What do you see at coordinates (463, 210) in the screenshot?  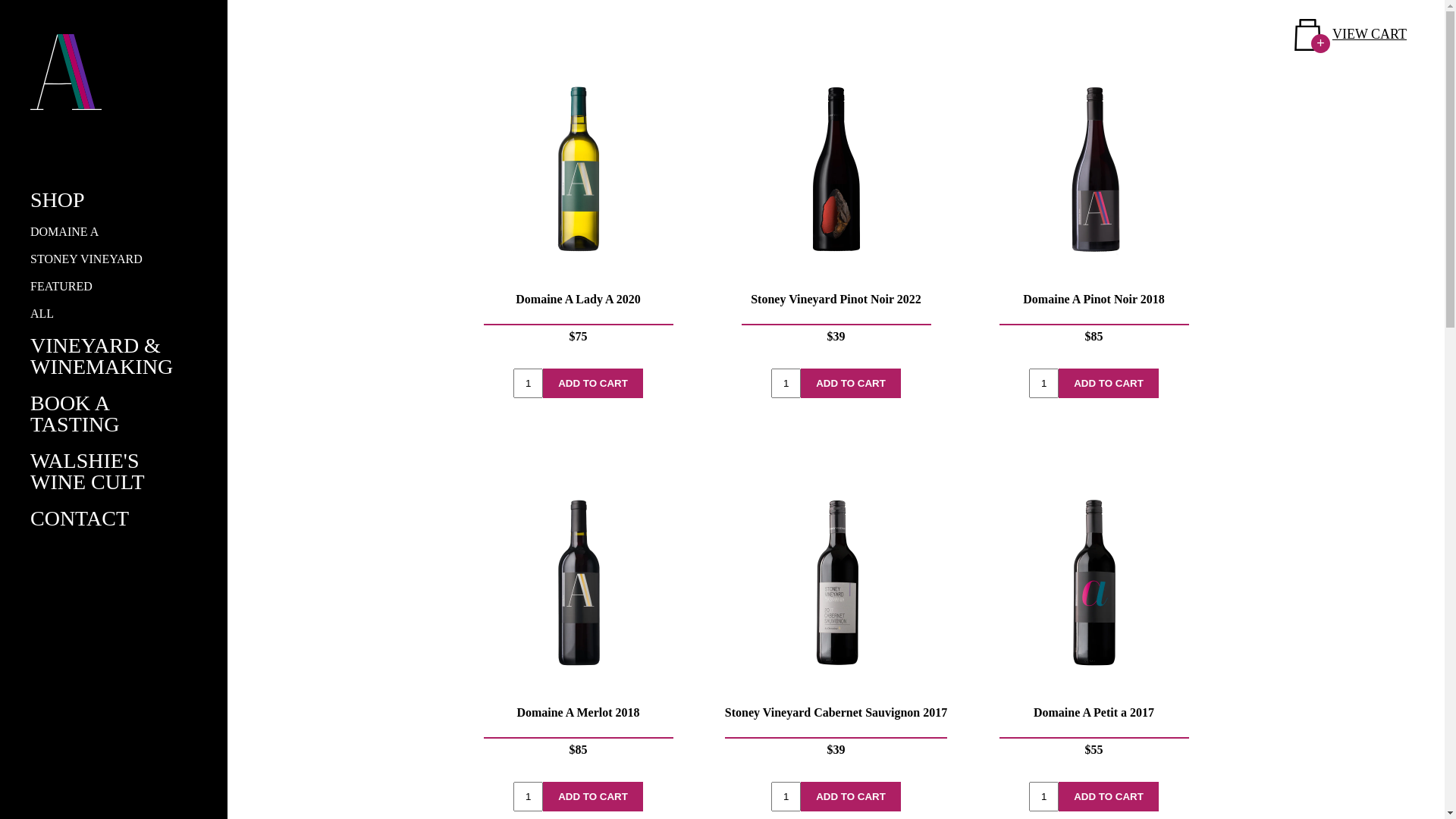 I see `'Domaine A Lady A 2020` at bounding box center [463, 210].